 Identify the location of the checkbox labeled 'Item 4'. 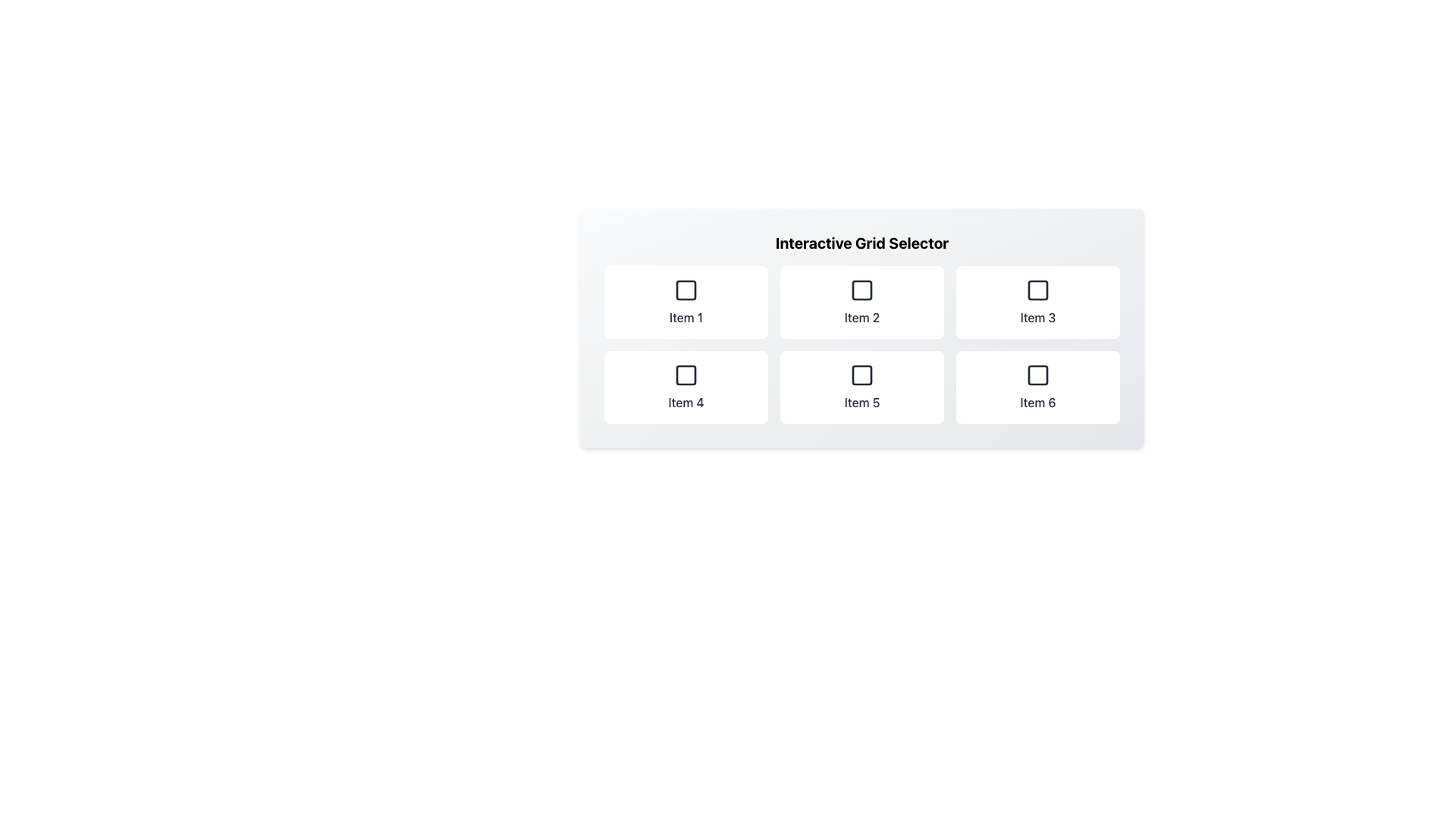
(686, 375).